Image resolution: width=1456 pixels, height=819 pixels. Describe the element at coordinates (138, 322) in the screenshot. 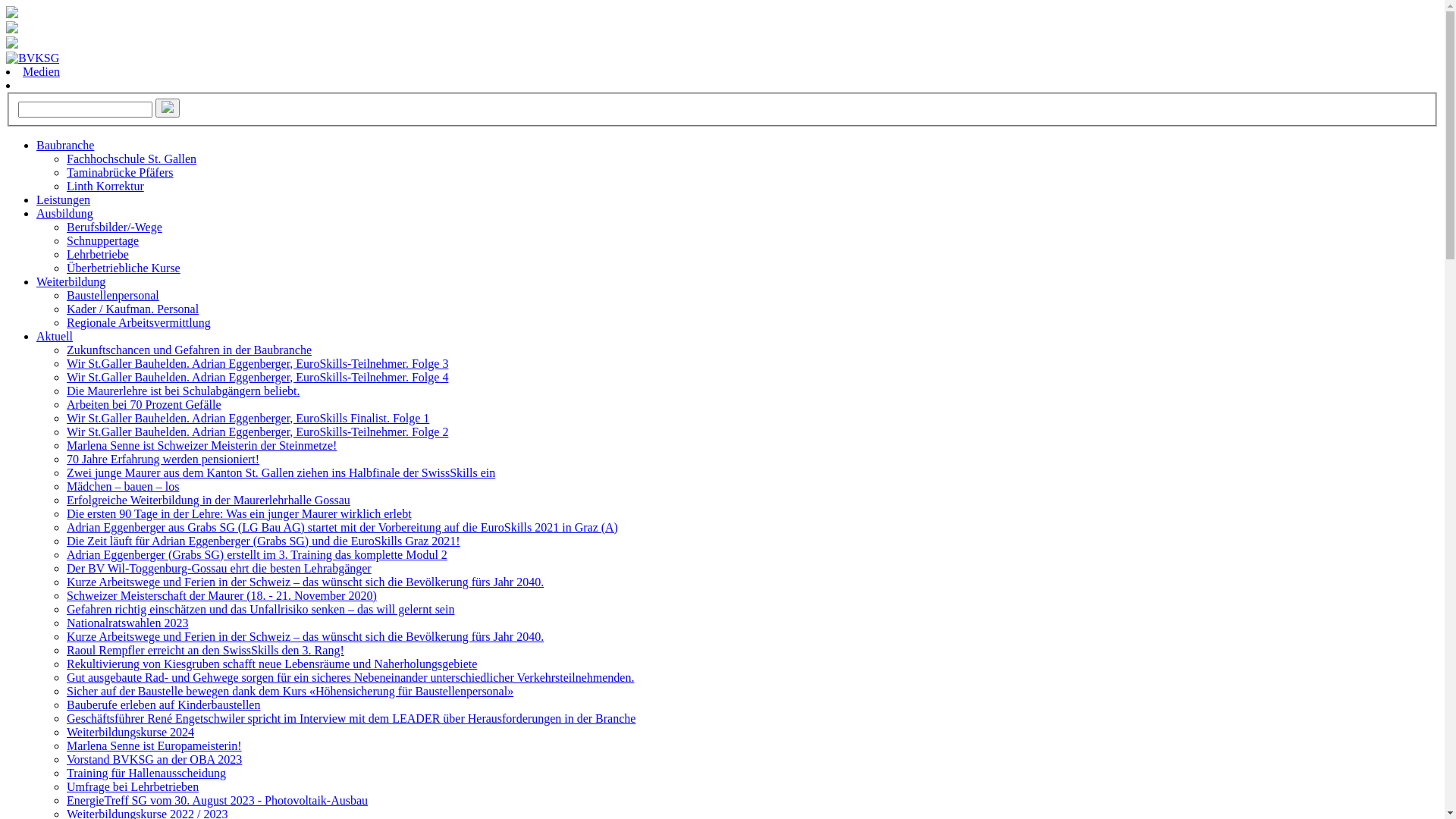

I see `'Regionale Arbeitsvermittlung'` at that location.